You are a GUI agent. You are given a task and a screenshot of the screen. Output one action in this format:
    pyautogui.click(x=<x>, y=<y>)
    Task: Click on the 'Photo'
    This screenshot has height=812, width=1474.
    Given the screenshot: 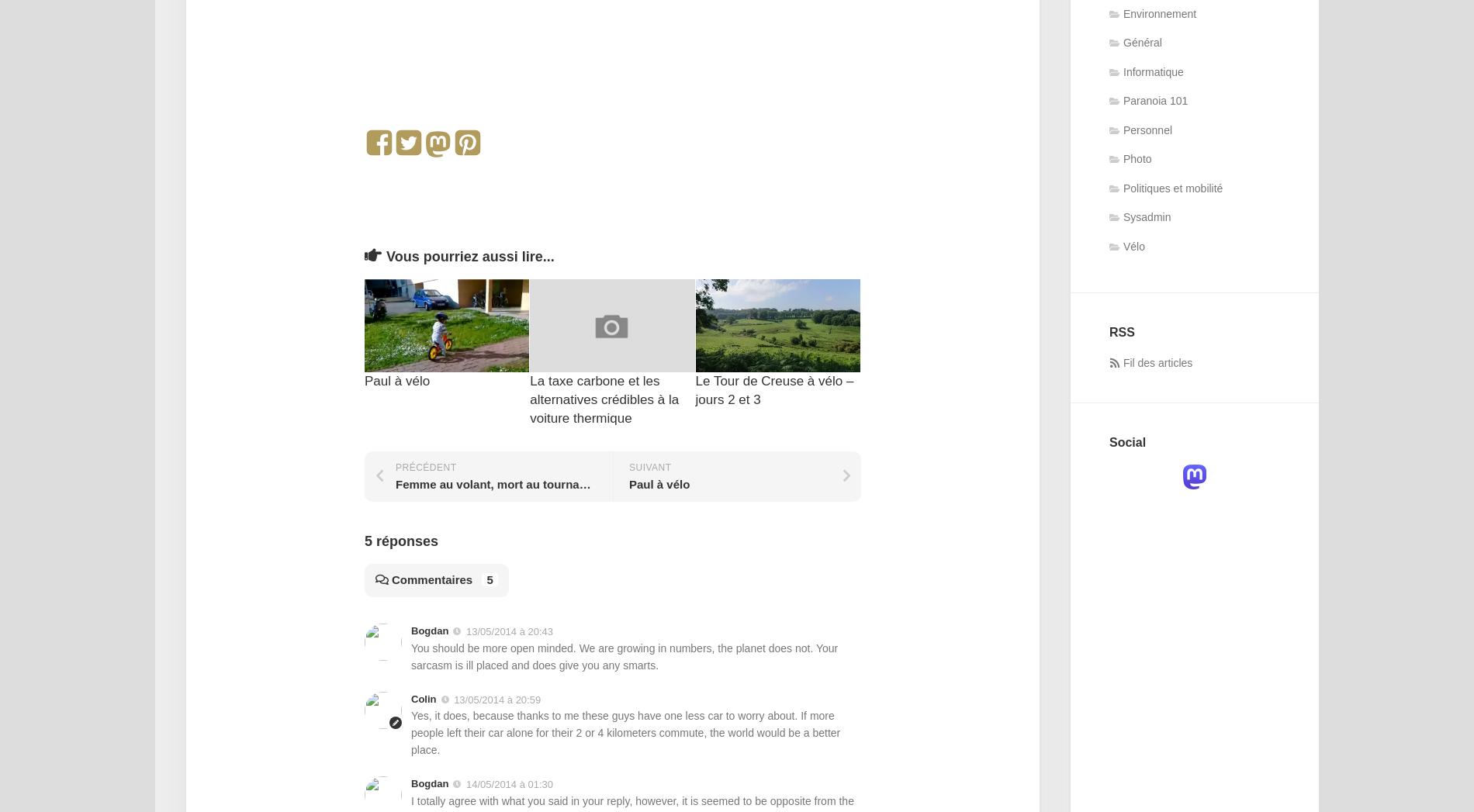 What is the action you would take?
    pyautogui.click(x=1123, y=158)
    